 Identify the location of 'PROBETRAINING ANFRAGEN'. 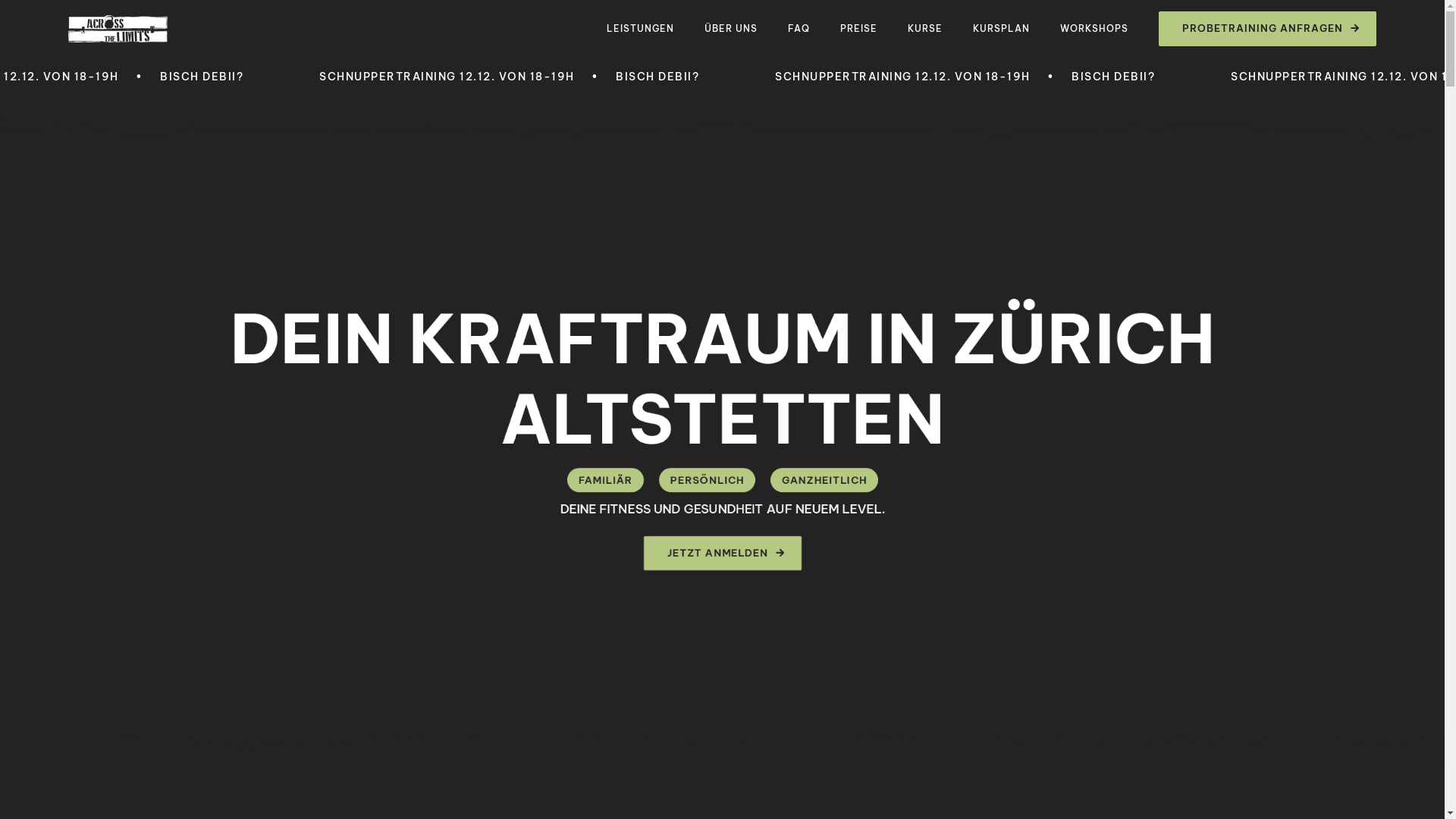
(1267, 29).